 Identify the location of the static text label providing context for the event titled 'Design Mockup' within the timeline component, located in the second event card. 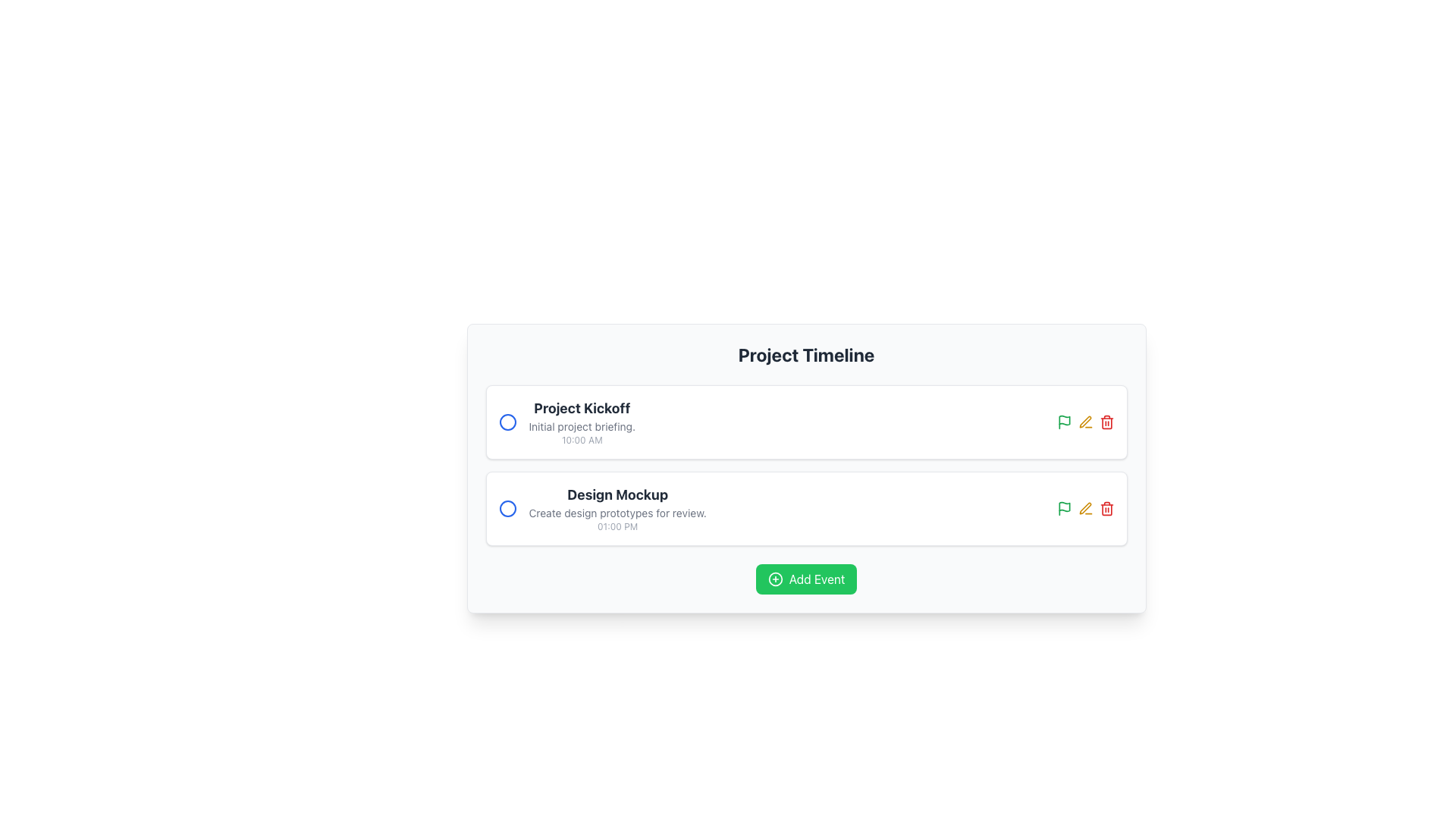
(617, 513).